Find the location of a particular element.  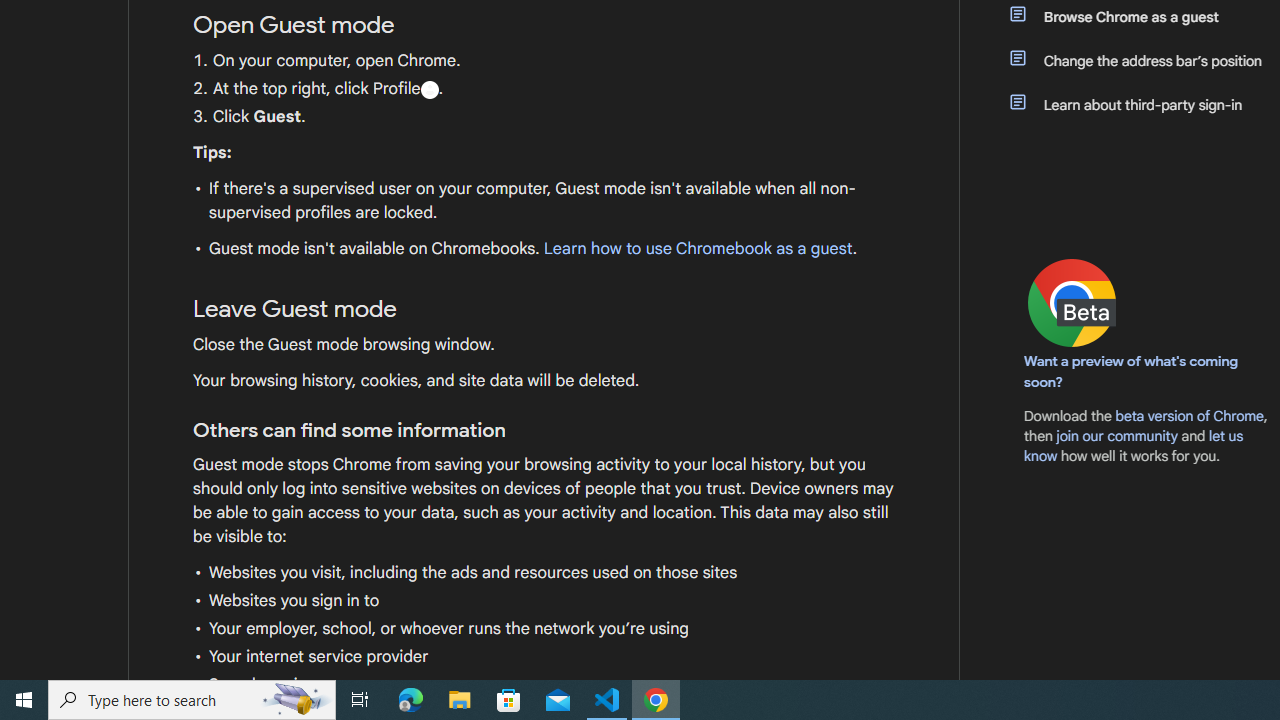

'beta version of Chrome' is located at coordinates (1189, 414).